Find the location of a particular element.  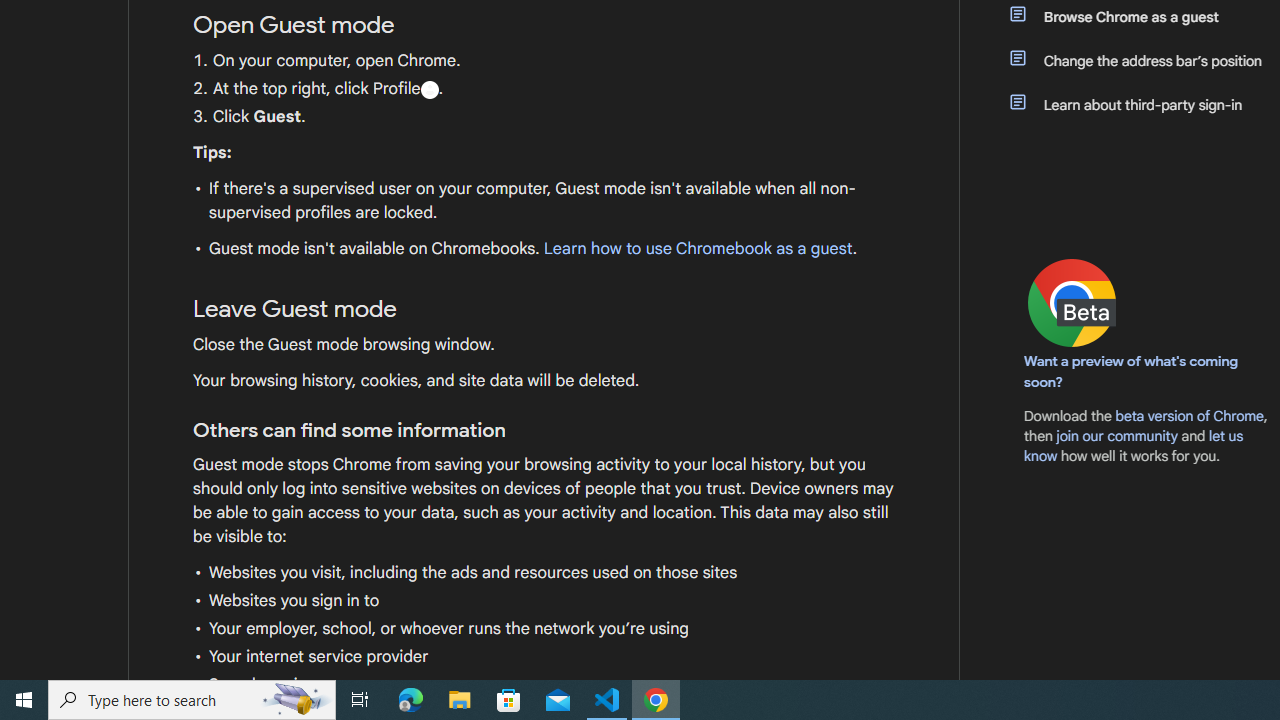

'beta version of Chrome' is located at coordinates (1189, 414).